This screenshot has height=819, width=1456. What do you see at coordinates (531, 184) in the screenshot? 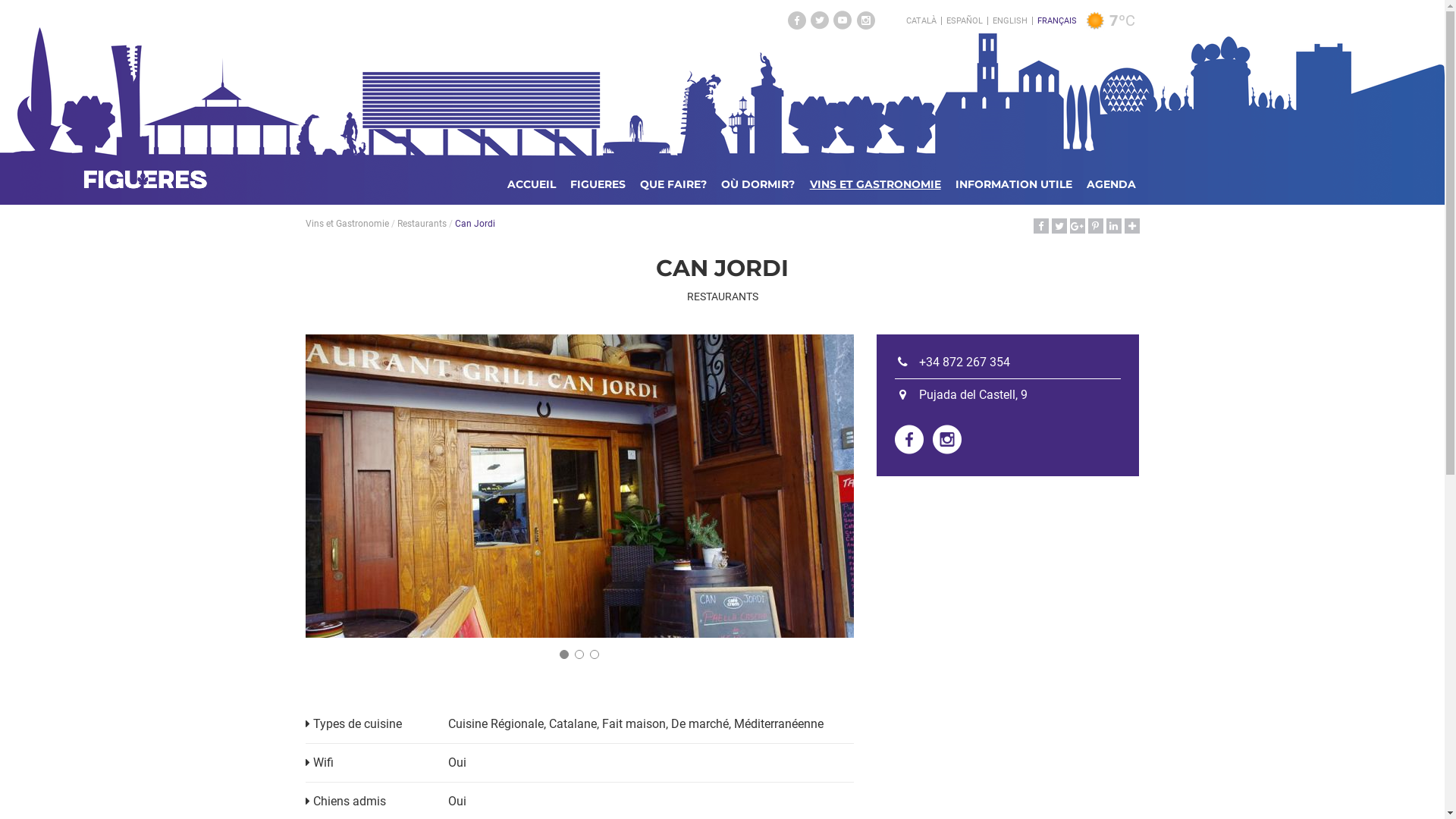
I see `'ACCUEIL'` at bounding box center [531, 184].